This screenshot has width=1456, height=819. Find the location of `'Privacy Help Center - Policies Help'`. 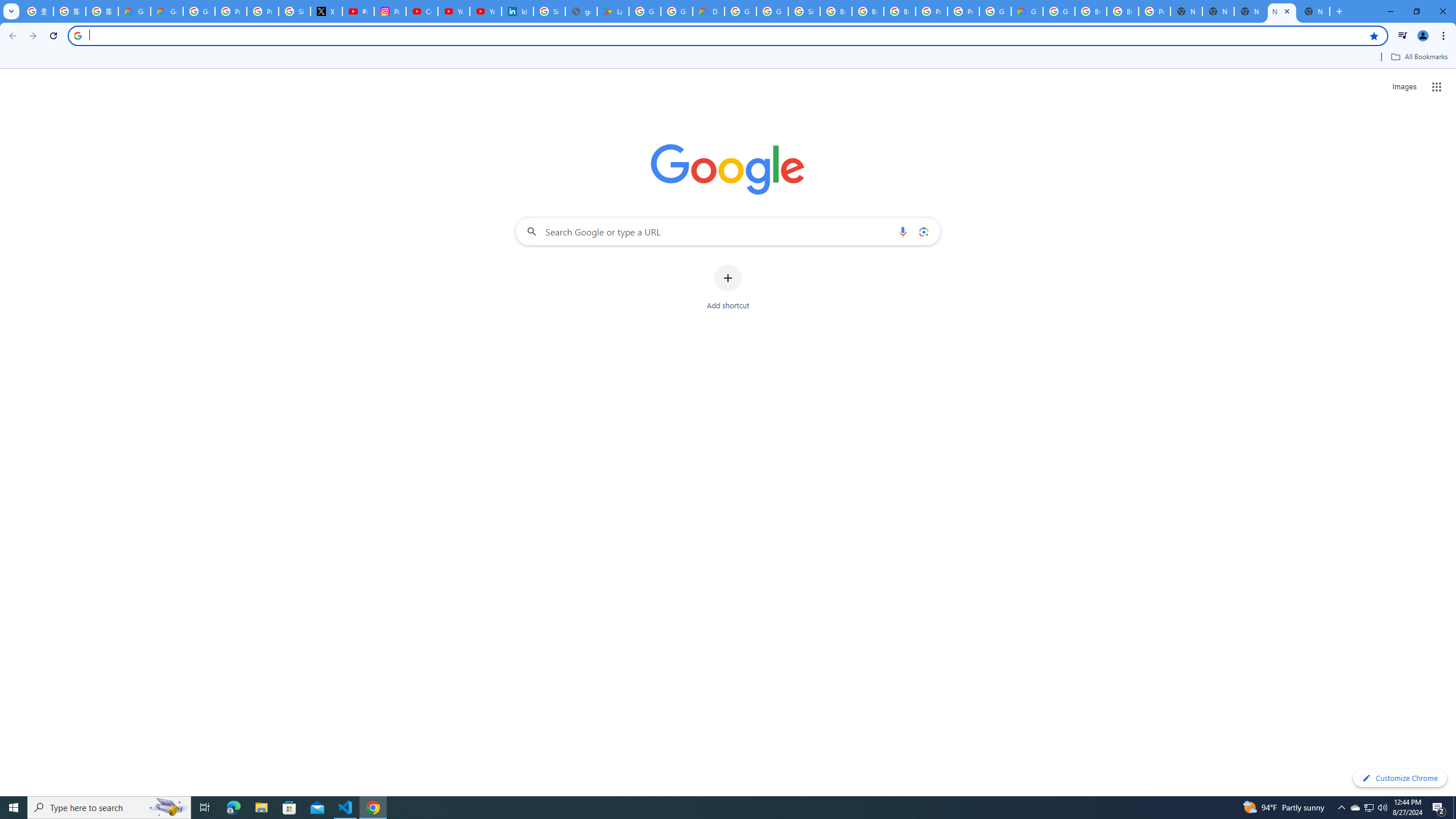

'Privacy Help Center - Policies Help' is located at coordinates (230, 11).